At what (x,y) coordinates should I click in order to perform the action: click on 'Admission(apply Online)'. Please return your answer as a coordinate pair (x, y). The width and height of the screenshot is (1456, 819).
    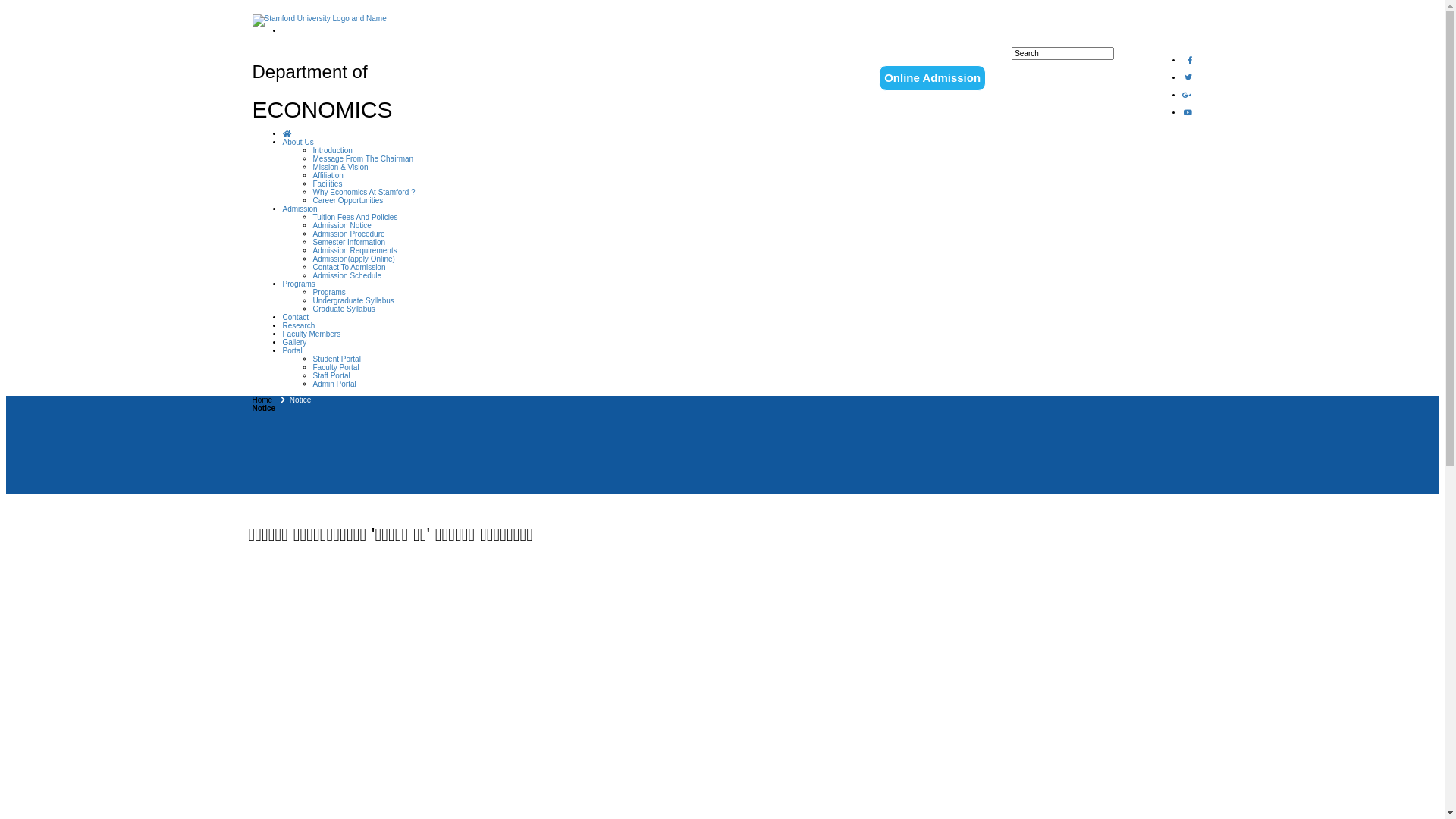
    Looking at the image, I should click on (312, 258).